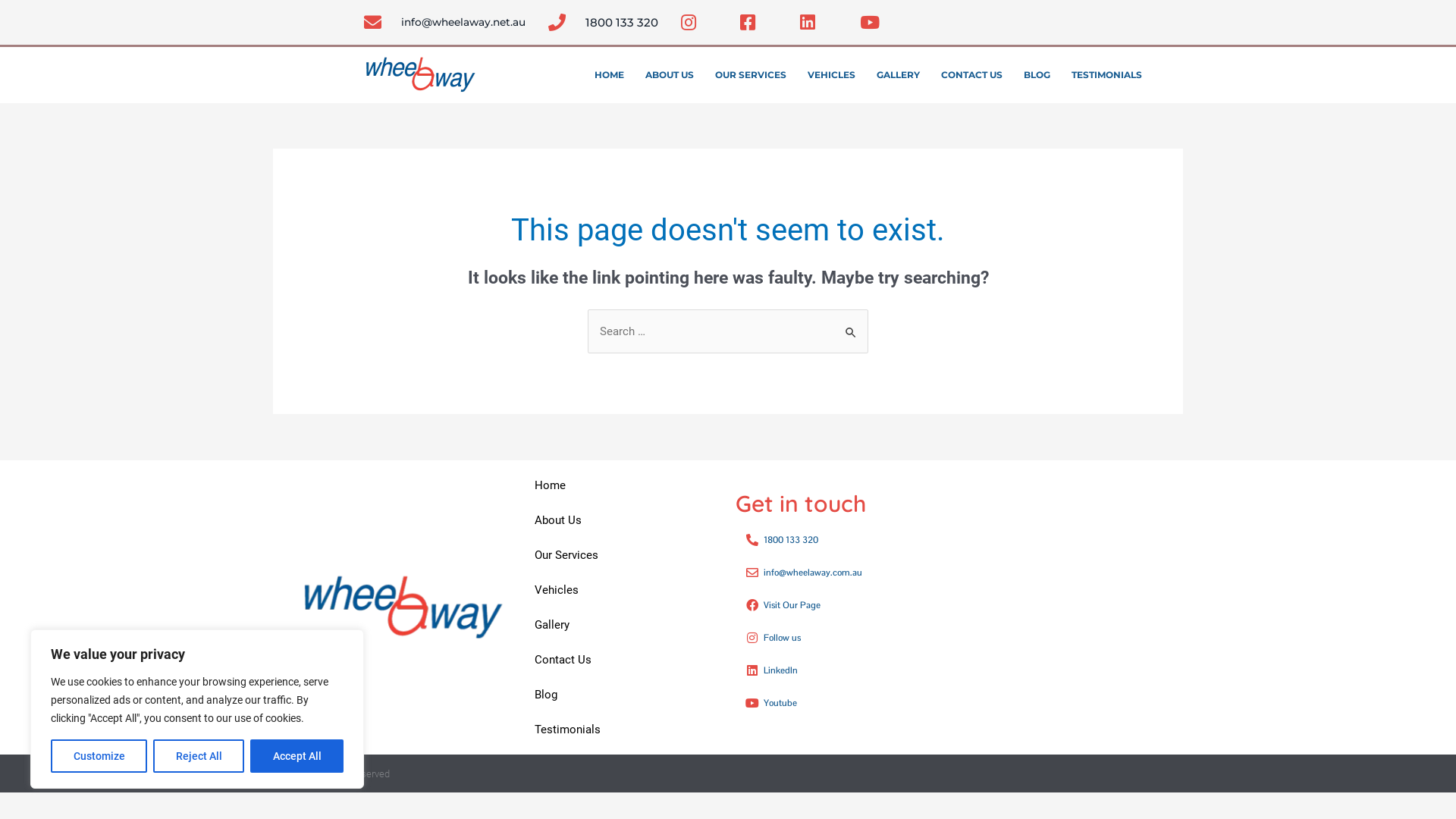 The image size is (1456, 819). Describe the element at coordinates (620, 589) in the screenshot. I see `'Vehicles'` at that location.